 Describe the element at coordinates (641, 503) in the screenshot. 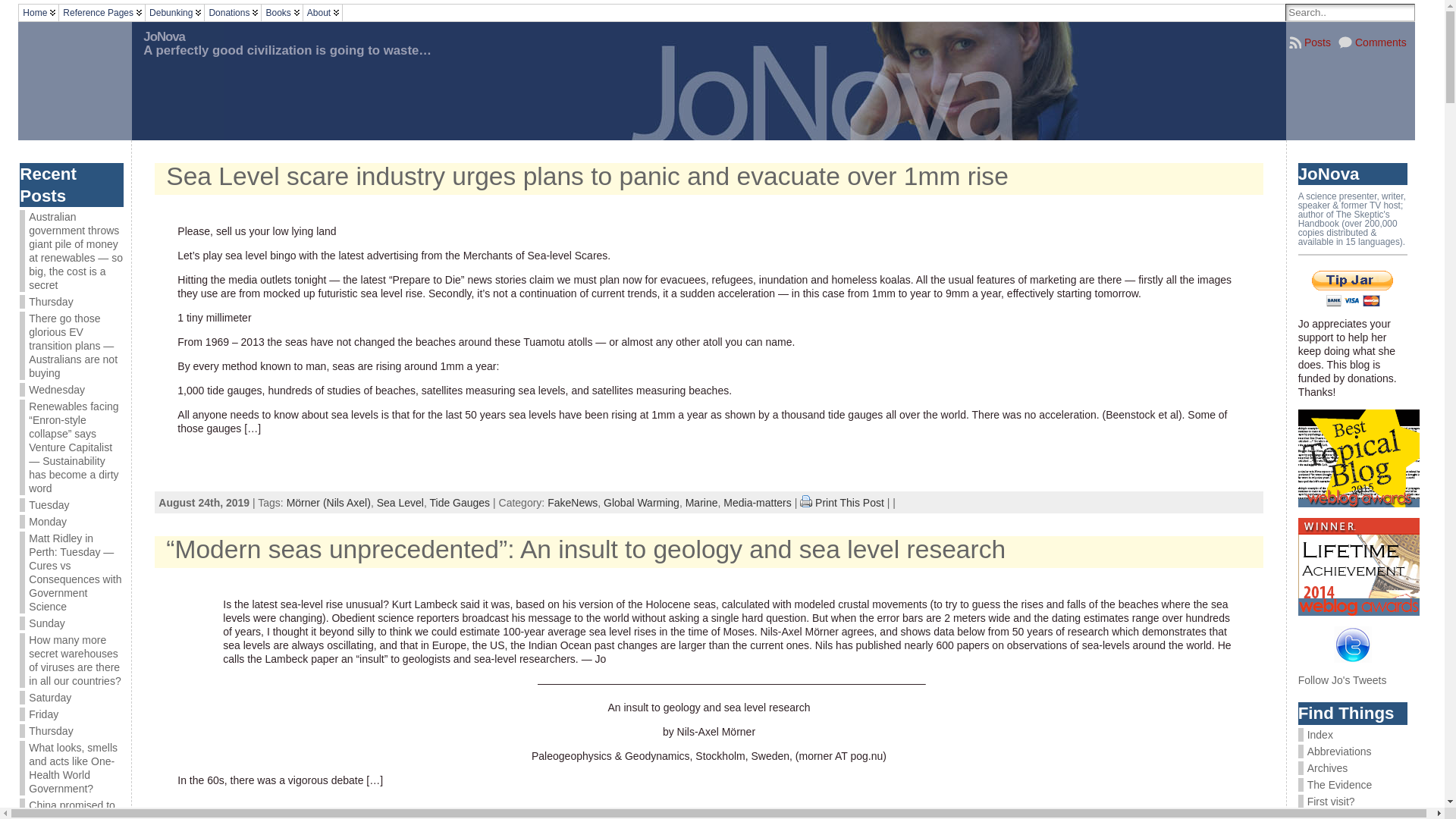

I see `'Global Warming'` at that location.